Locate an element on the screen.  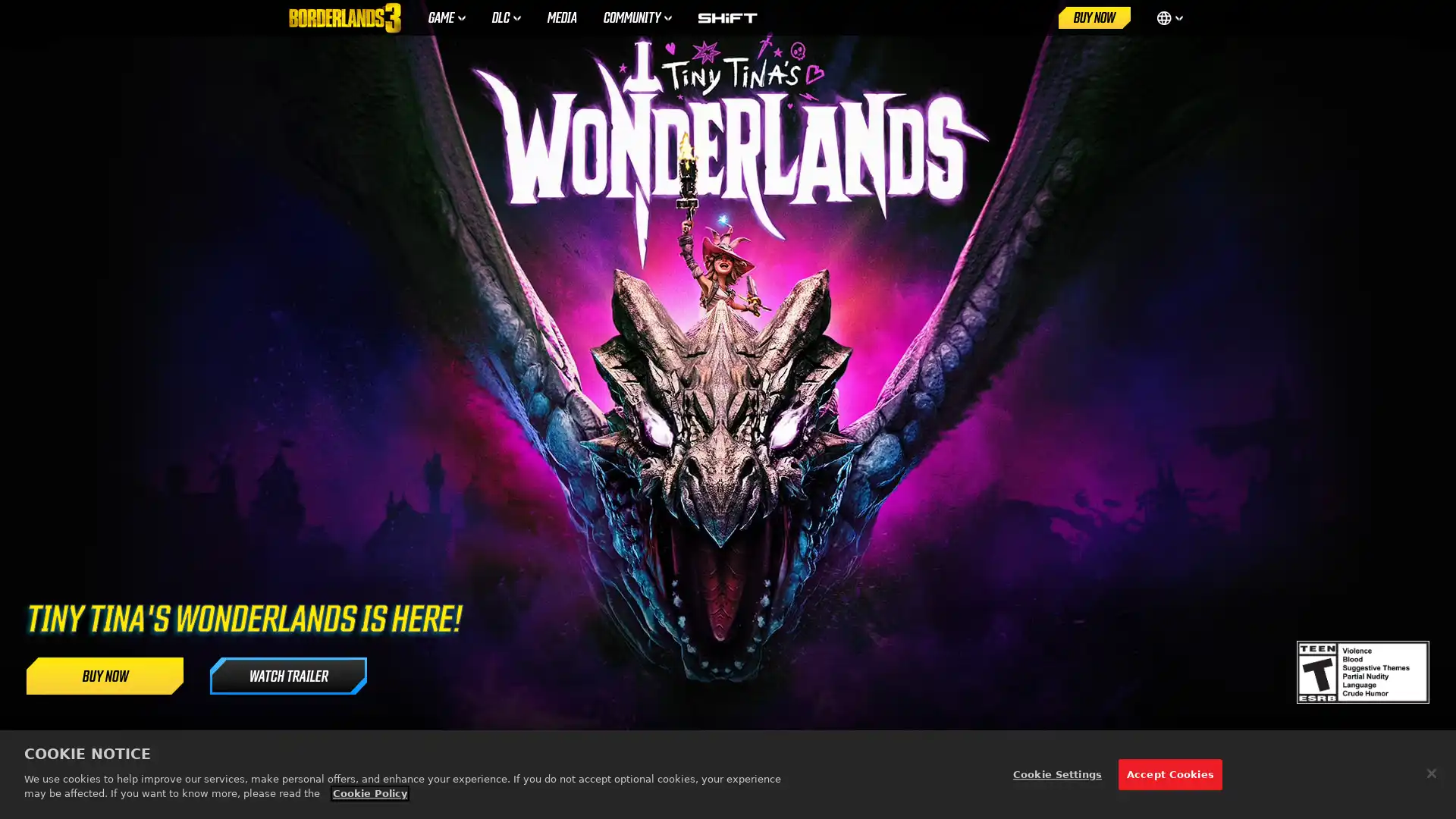
Cookie Settings is located at coordinates (1056, 774).